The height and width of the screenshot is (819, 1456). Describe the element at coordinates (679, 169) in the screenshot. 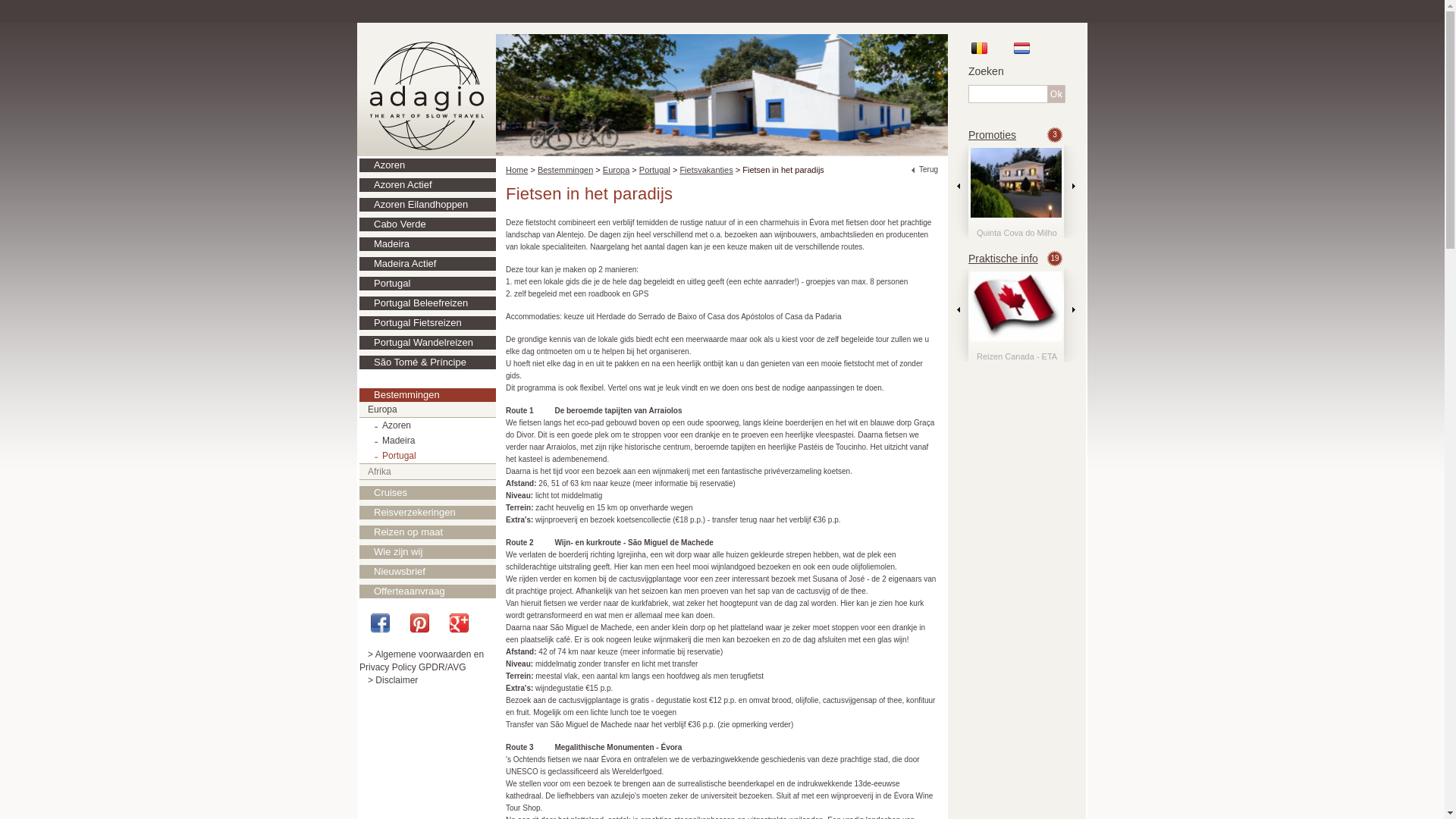

I see `'Fietsvakanties'` at that location.